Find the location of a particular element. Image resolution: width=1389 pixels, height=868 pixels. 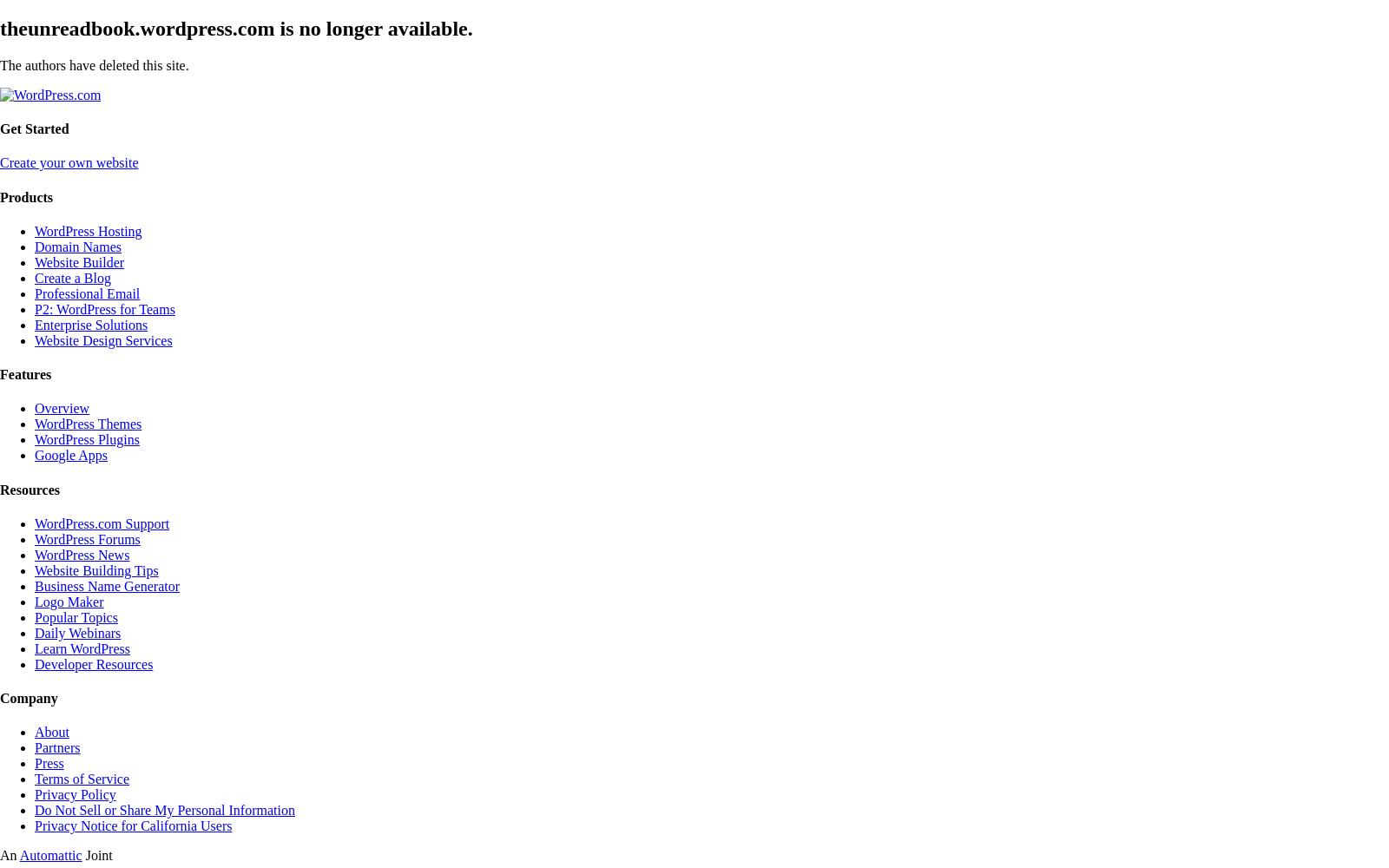

'Overview' is located at coordinates (61, 407).